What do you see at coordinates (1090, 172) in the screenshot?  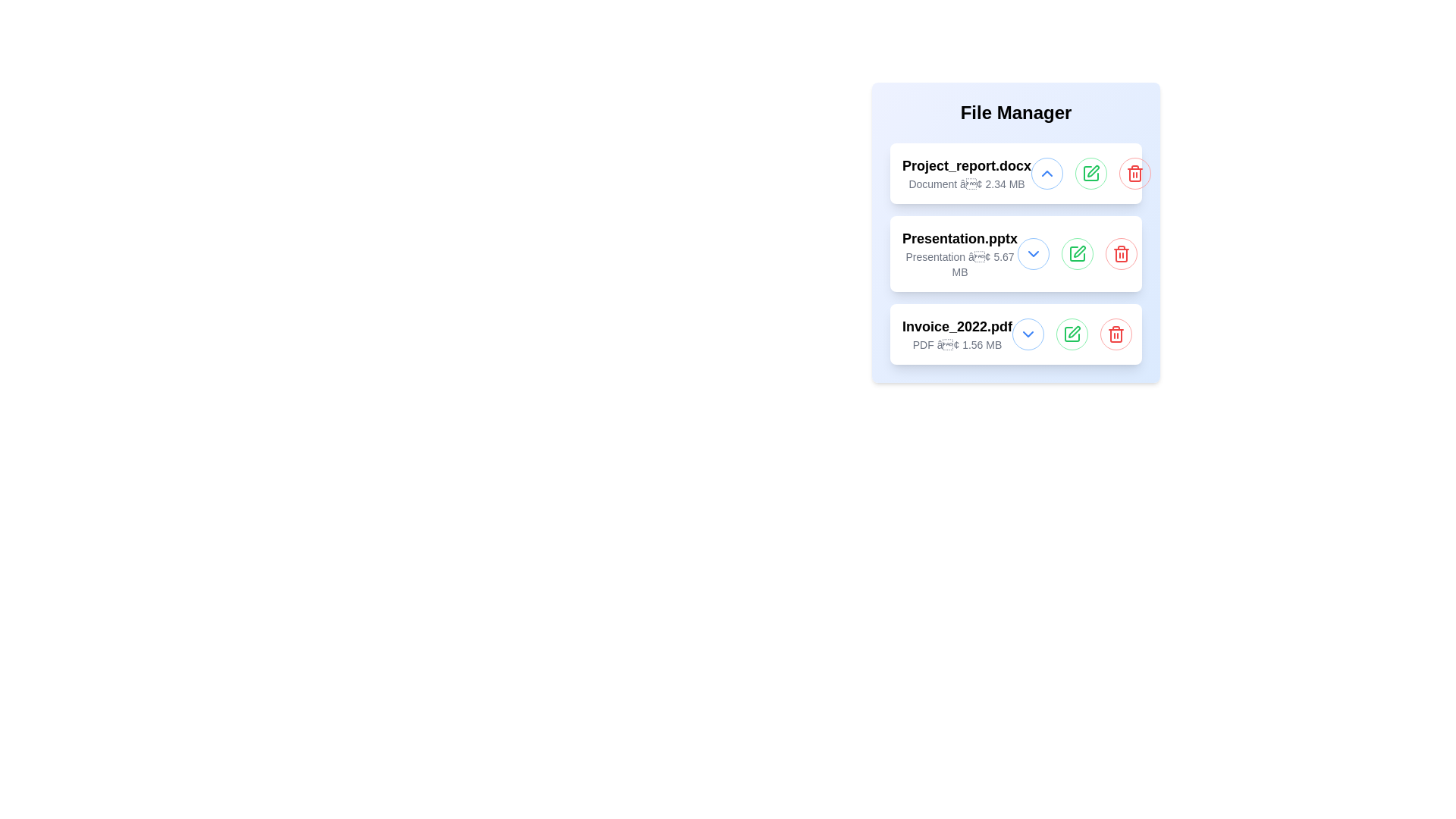 I see `edit button for the file named Project_report.docx` at bounding box center [1090, 172].